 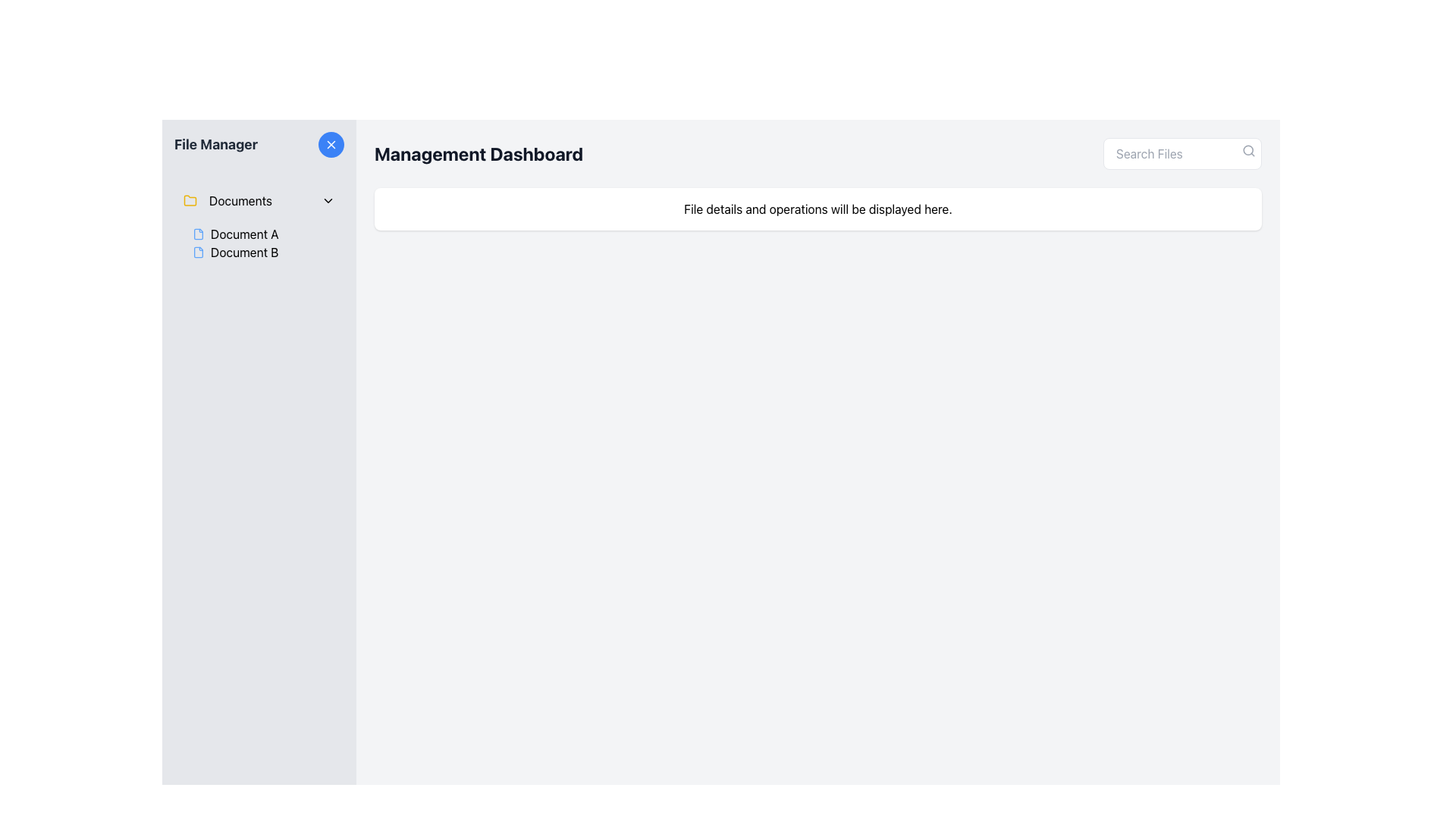 What do you see at coordinates (268, 251) in the screenshot?
I see `the 'Document B' Label with Icon` at bounding box center [268, 251].